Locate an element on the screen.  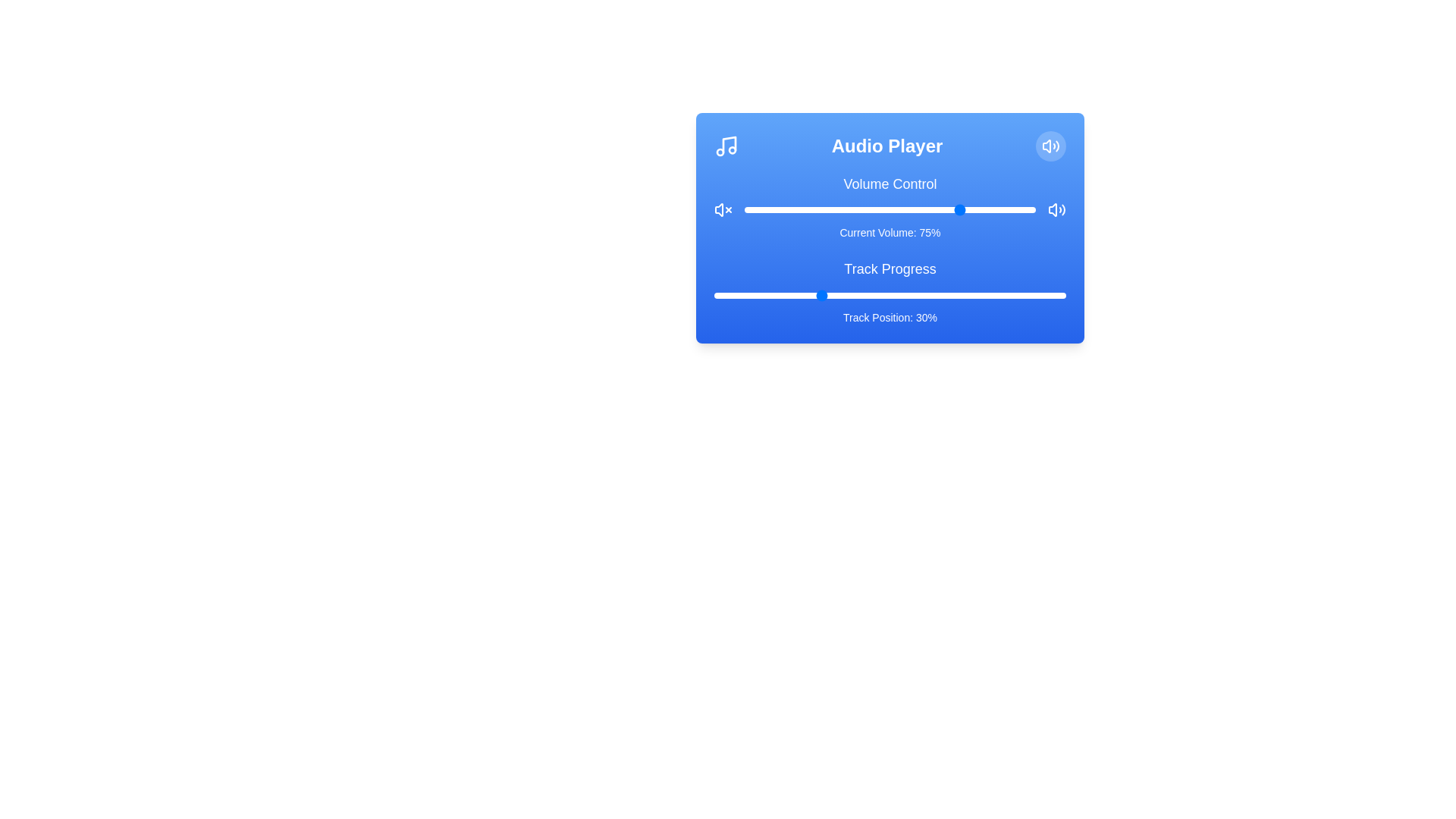
track position is located at coordinates (918, 295).